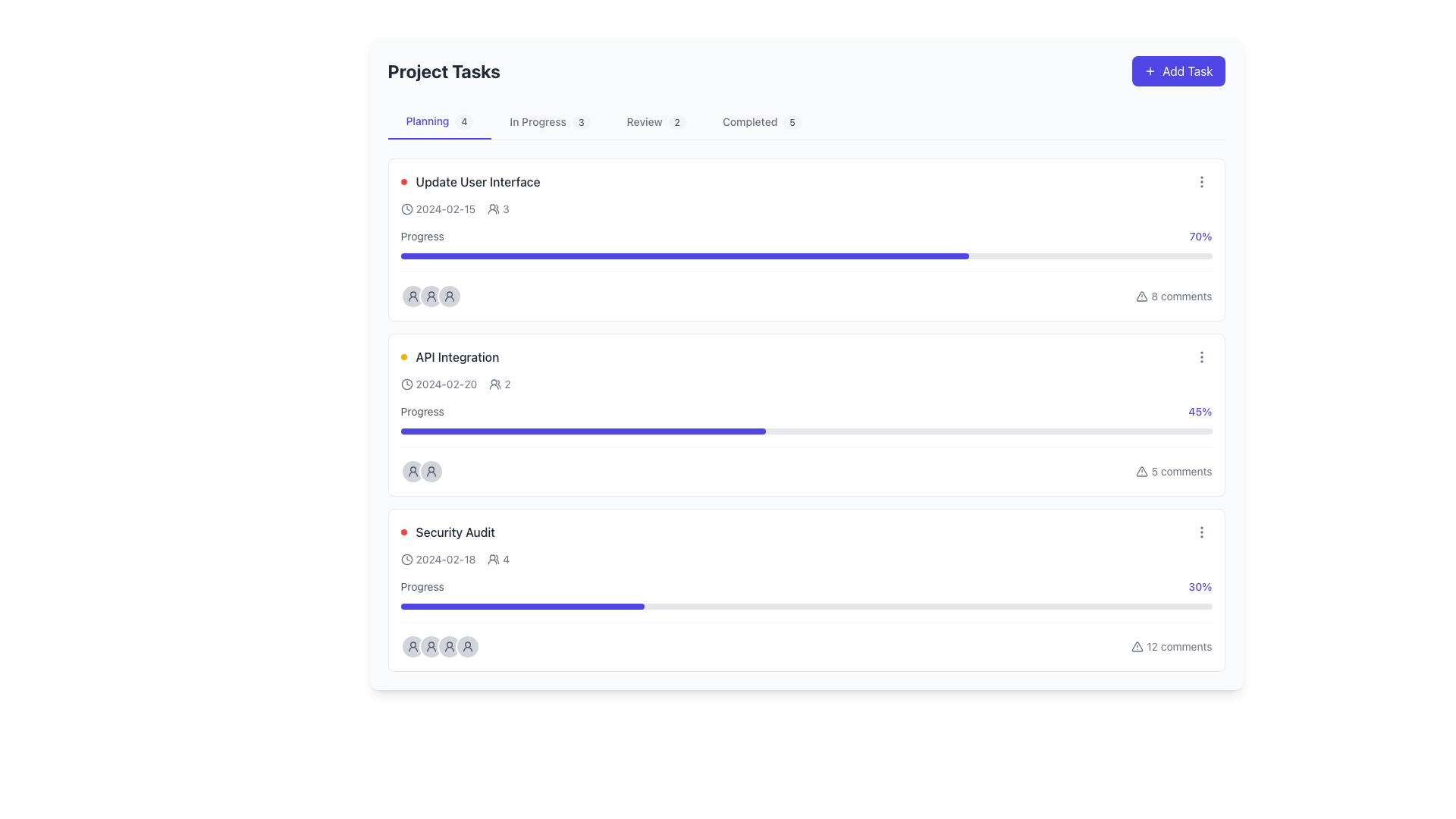 The image size is (1456, 819). Describe the element at coordinates (477, 180) in the screenshot. I see `text from the title label of the first task entry in the vertical task list, which is located to the right of a small red circular icon` at that location.